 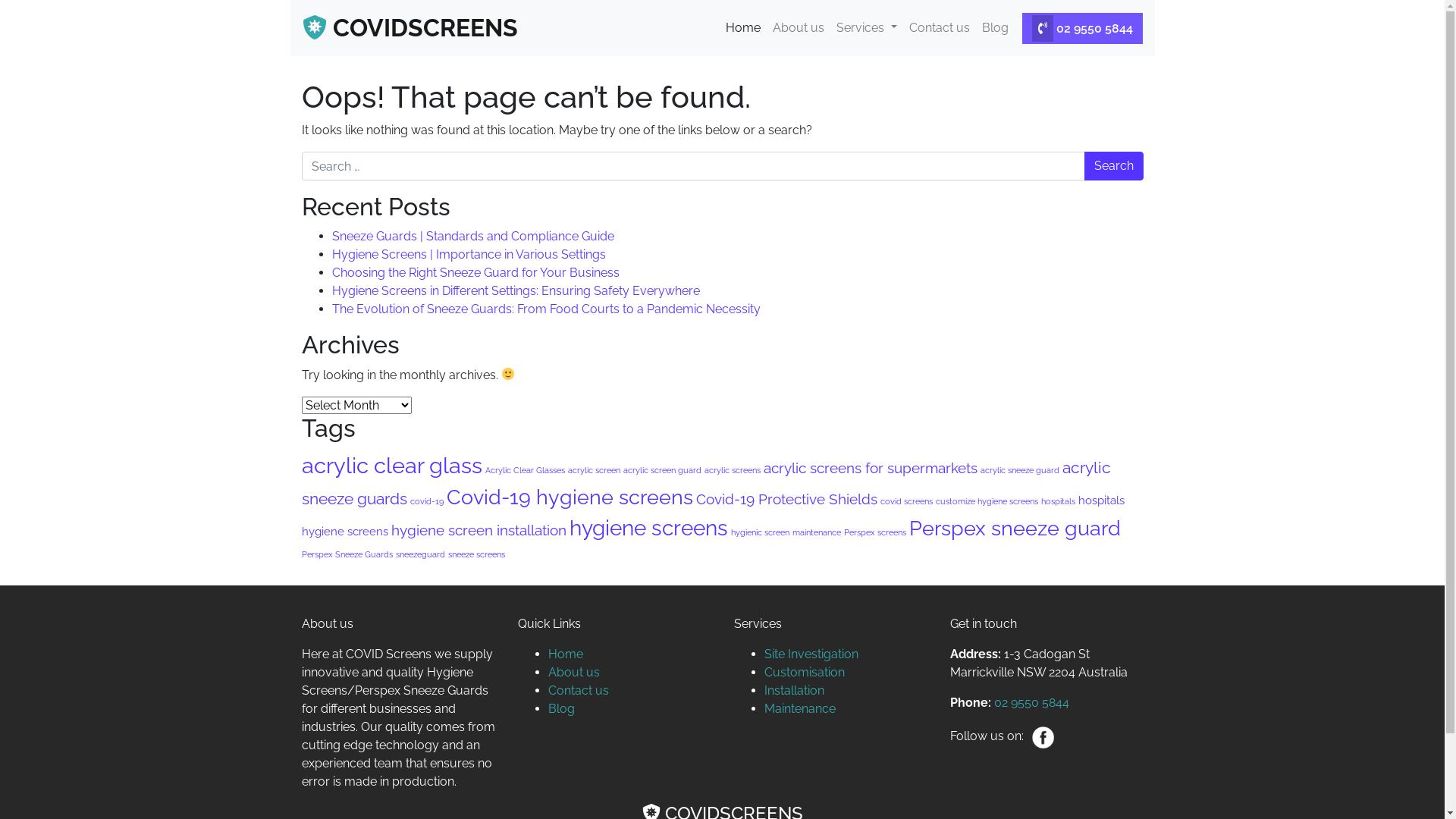 I want to click on 'covid screens', so click(x=905, y=500).